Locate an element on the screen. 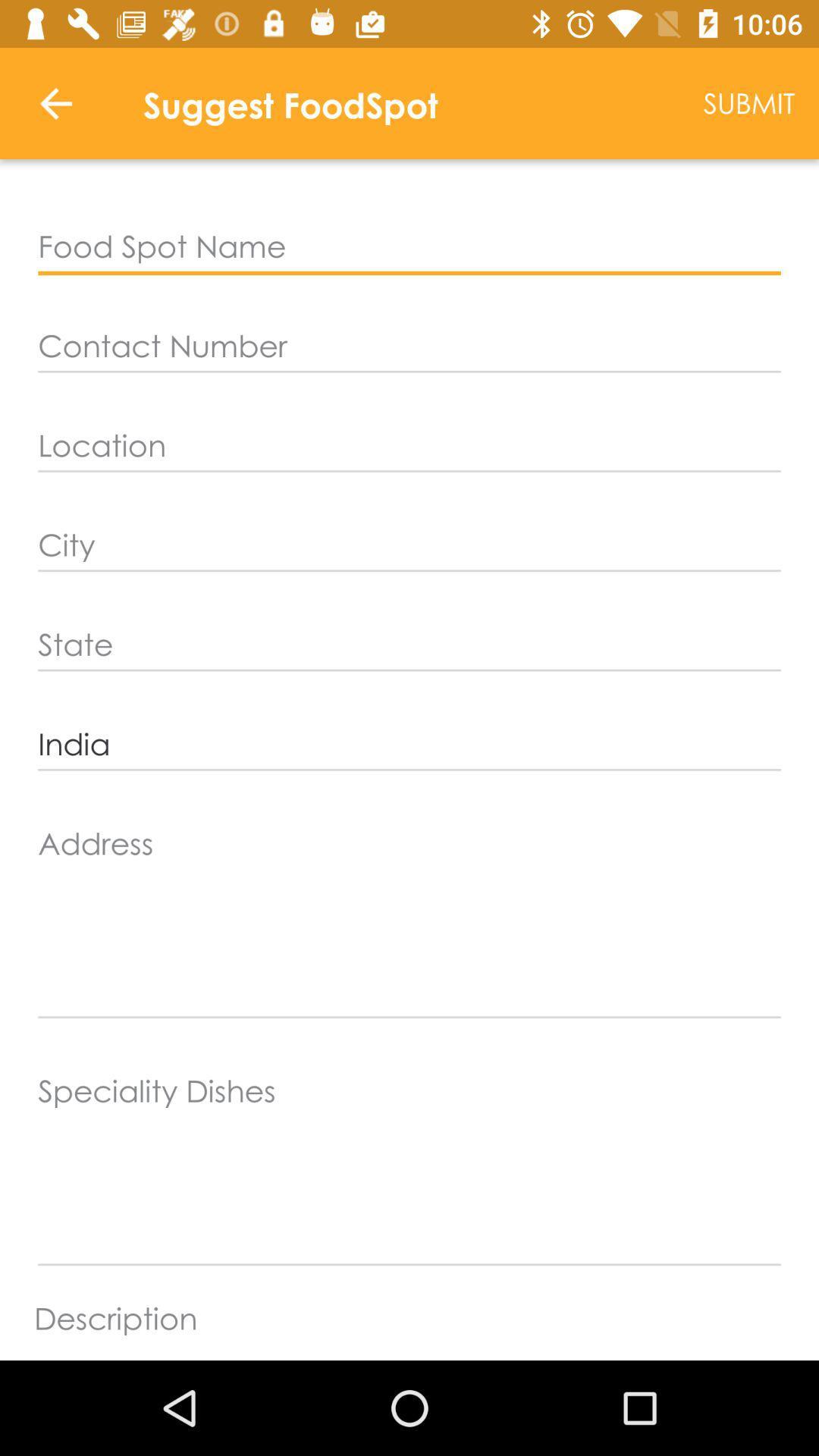 The height and width of the screenshot is (1456, 819). the item below the india item is located at coordinates (409, 917).